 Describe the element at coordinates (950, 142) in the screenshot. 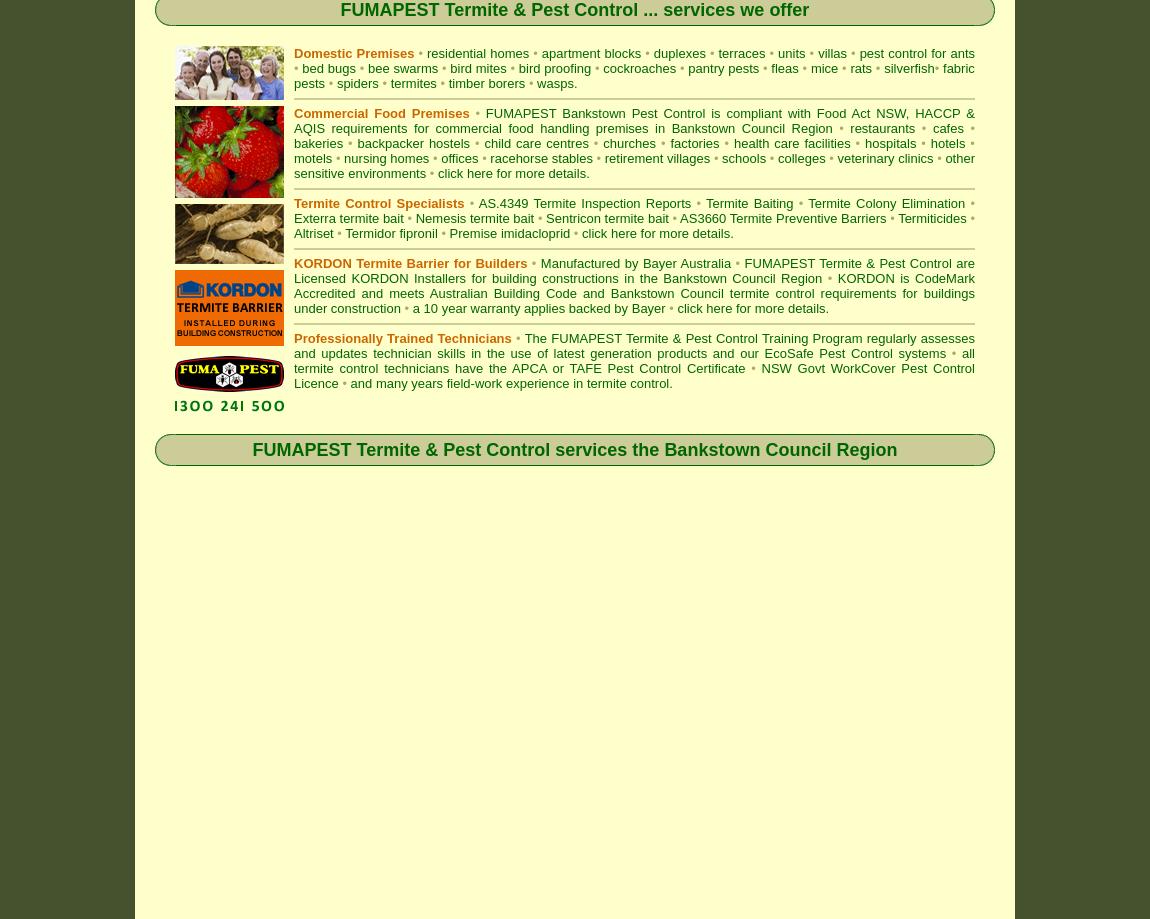

I see `'hotels'` at that location.